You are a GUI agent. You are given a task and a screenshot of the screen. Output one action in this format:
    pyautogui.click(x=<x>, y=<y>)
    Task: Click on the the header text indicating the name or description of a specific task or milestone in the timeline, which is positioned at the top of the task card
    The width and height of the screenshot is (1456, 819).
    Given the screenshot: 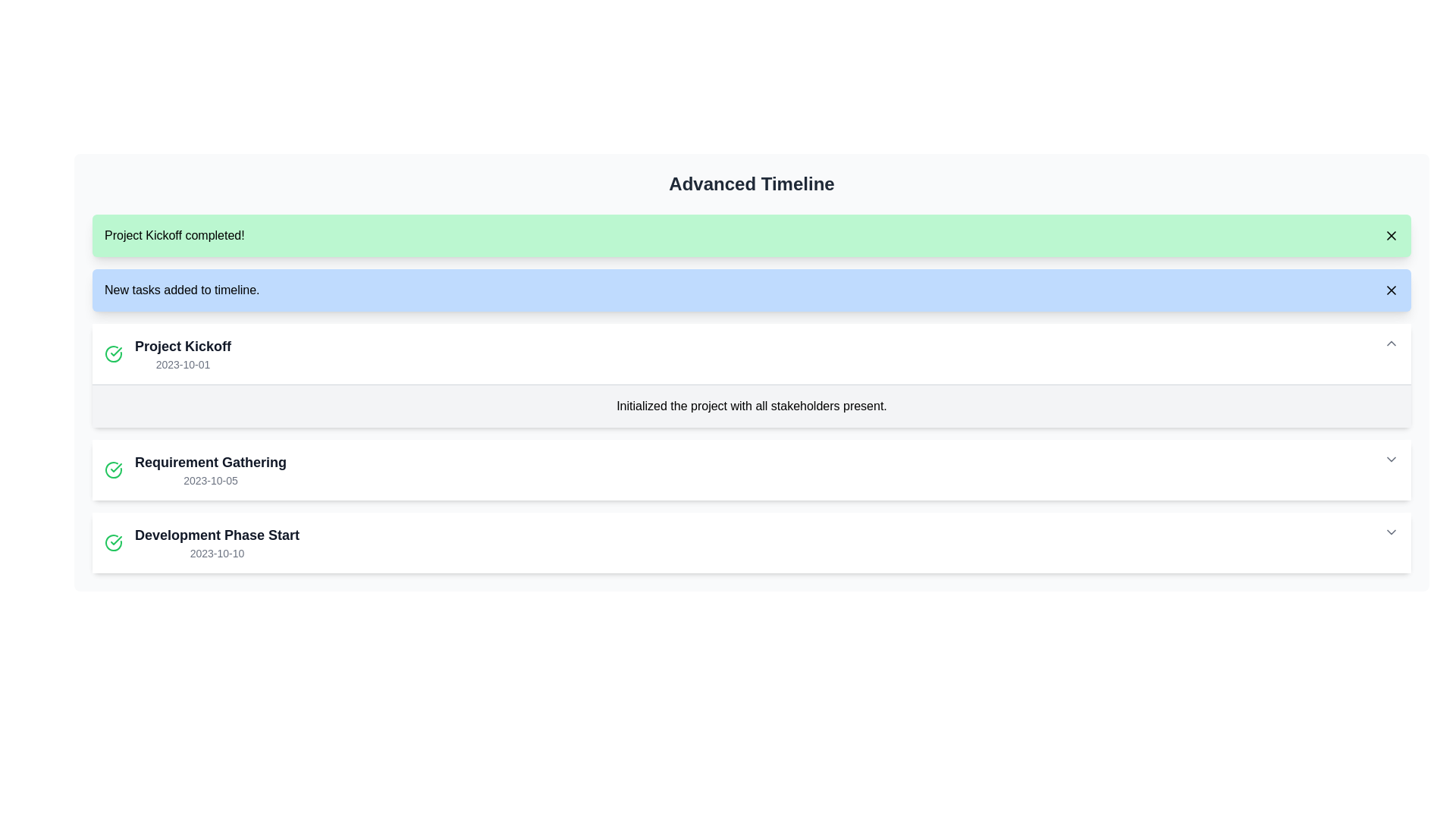 What is the action you would take?
    pyautogui.click(x=182, y=346)
    